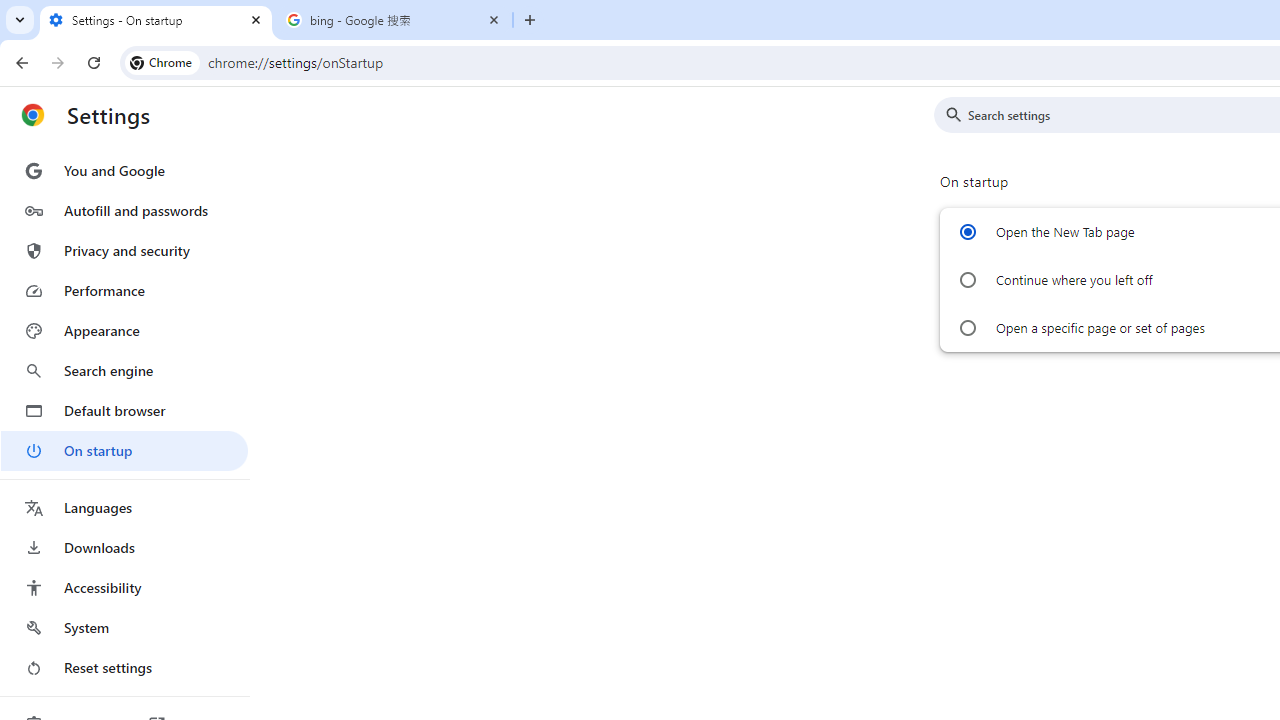 This screenshot has width=1280, height=720. I want to click on 'Default browser', so click(123, 410).